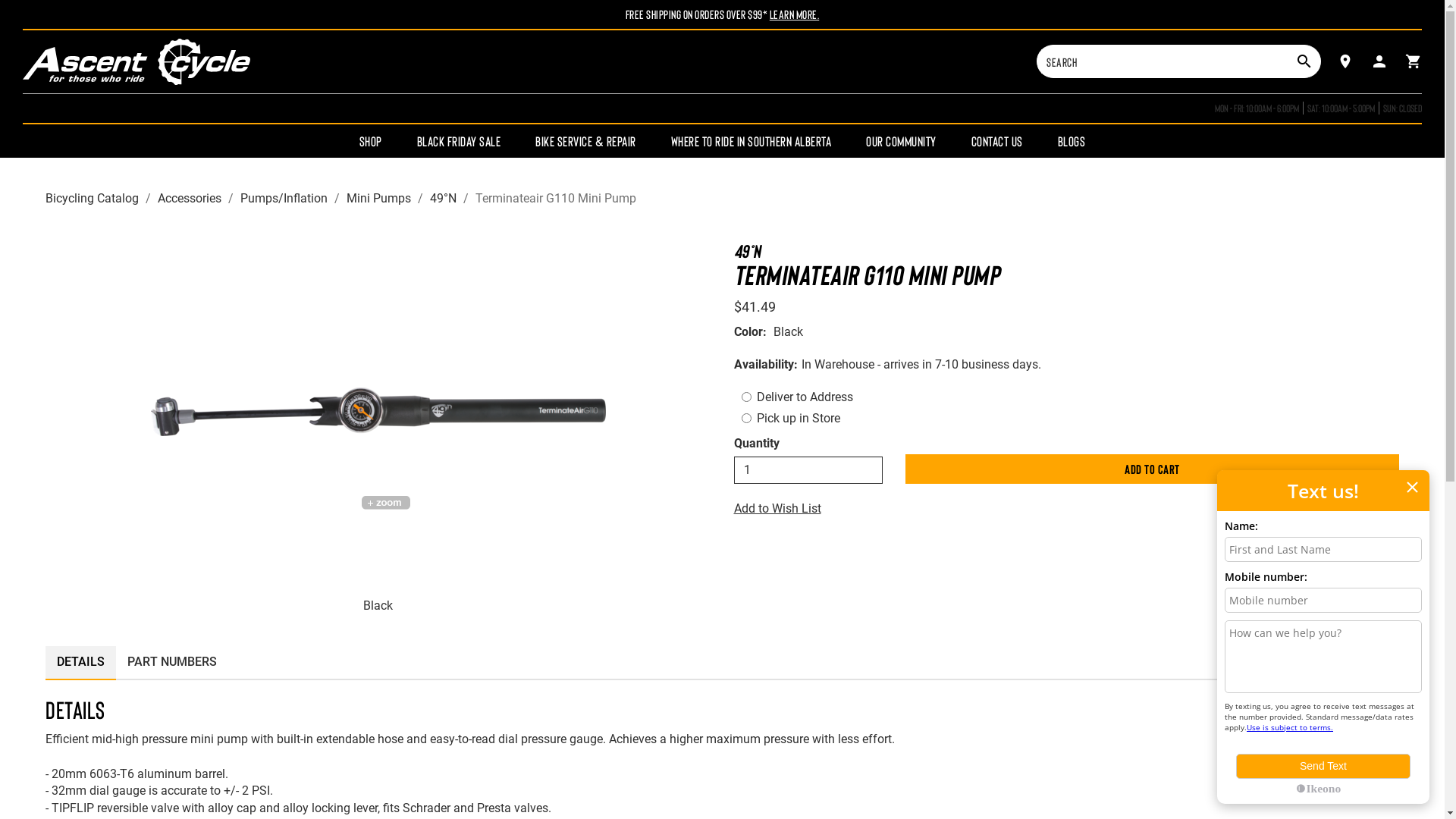 The image size is (1456, 819). Describe the element at coordinates (722, 14) in the screenshot. I see `'Free Shipping On Orders Over $99* Learn More.'` at that location.